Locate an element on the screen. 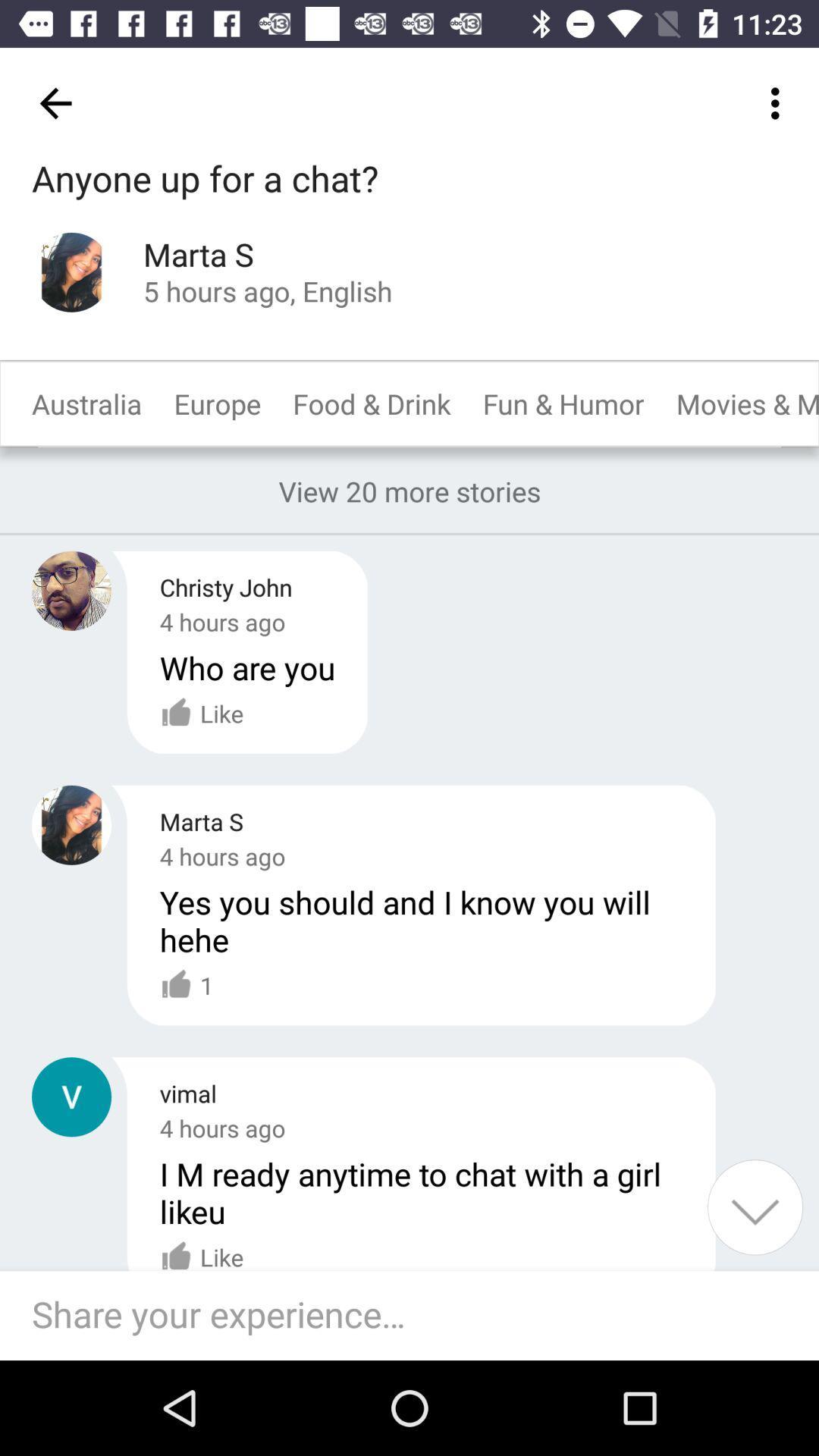 Image resolution: width=819 pixels, height=1456 pixels. write a reply is located at coordinates (417, 1315).